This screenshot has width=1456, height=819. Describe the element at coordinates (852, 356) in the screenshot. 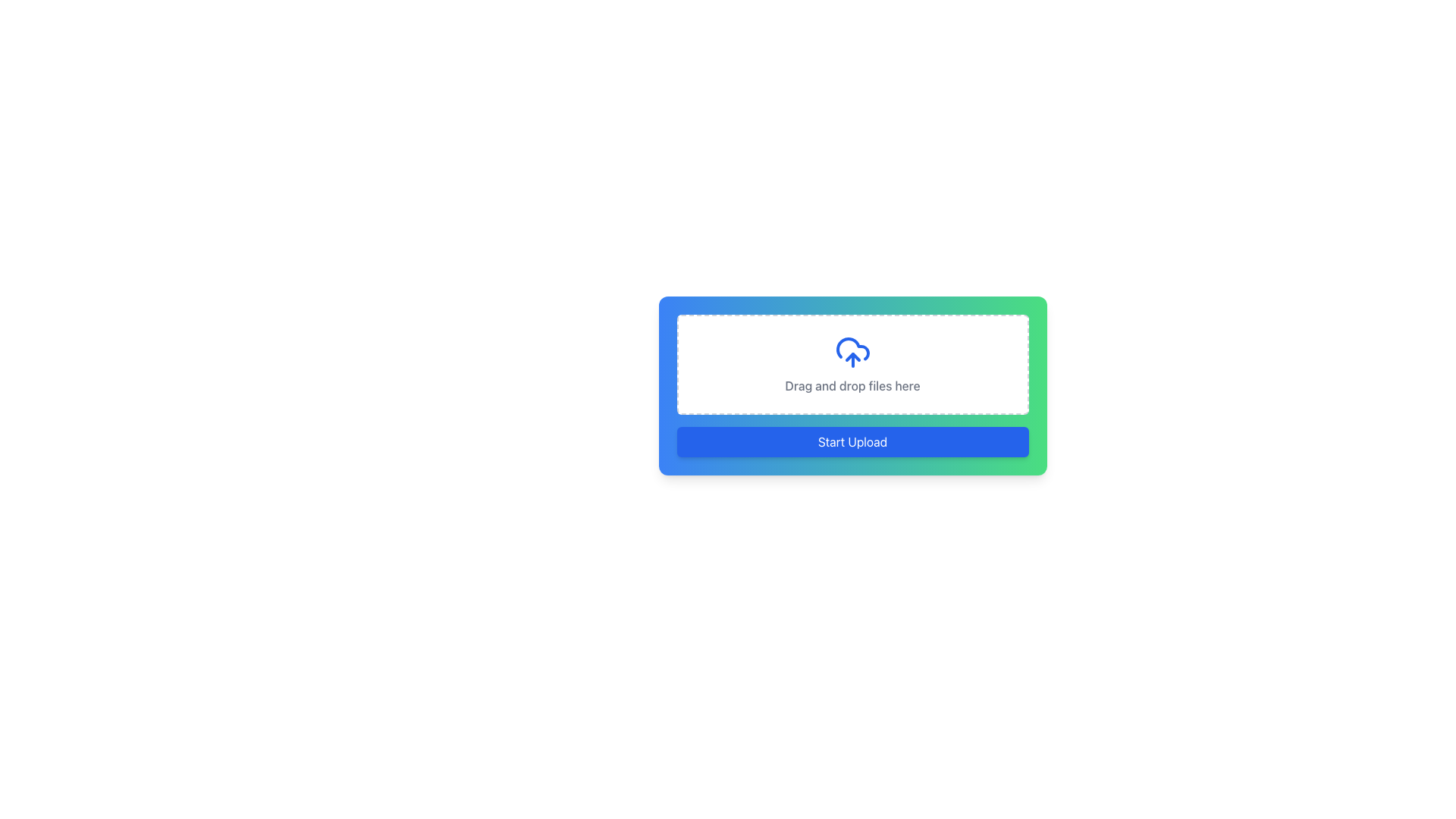

I see `the triangular arrow located within the central area of the cloud-shaped icon in the placeholder section of the interface` at that location.